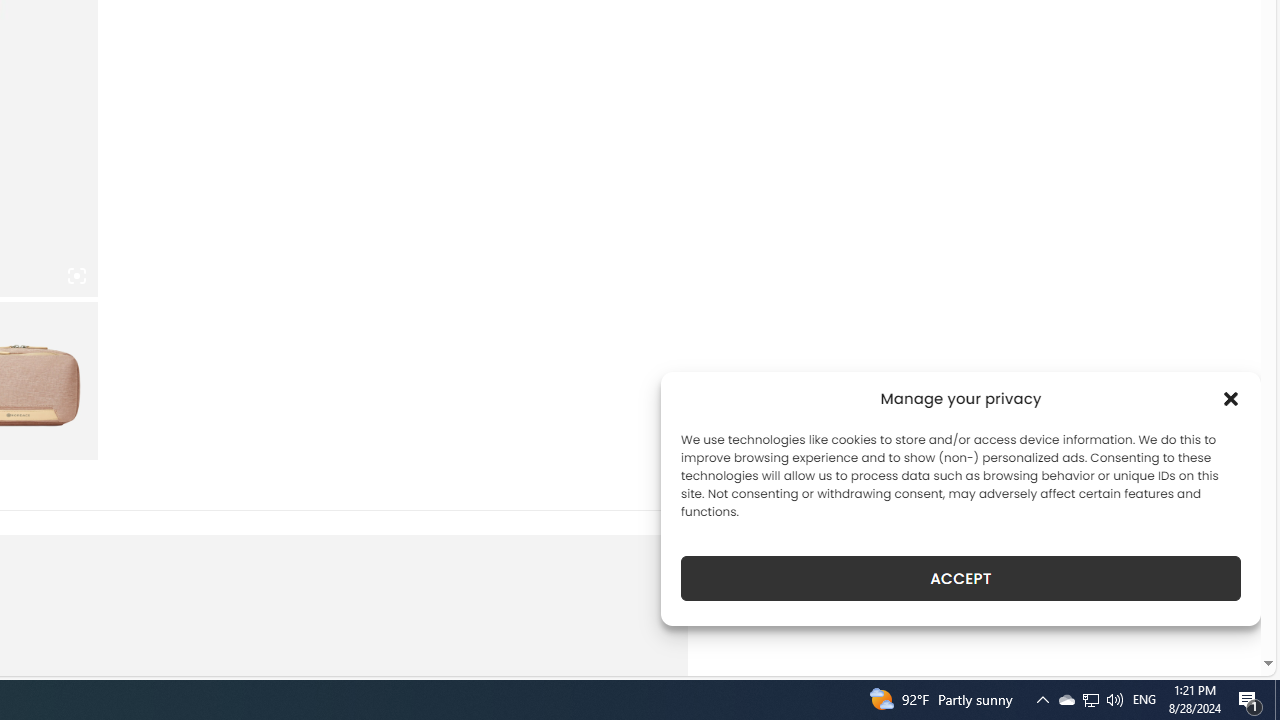  Describe the element at coordinates (76, 276) in the screenshot. I see `'Class: iconic-woothumbs-fullscreen'` at that location.